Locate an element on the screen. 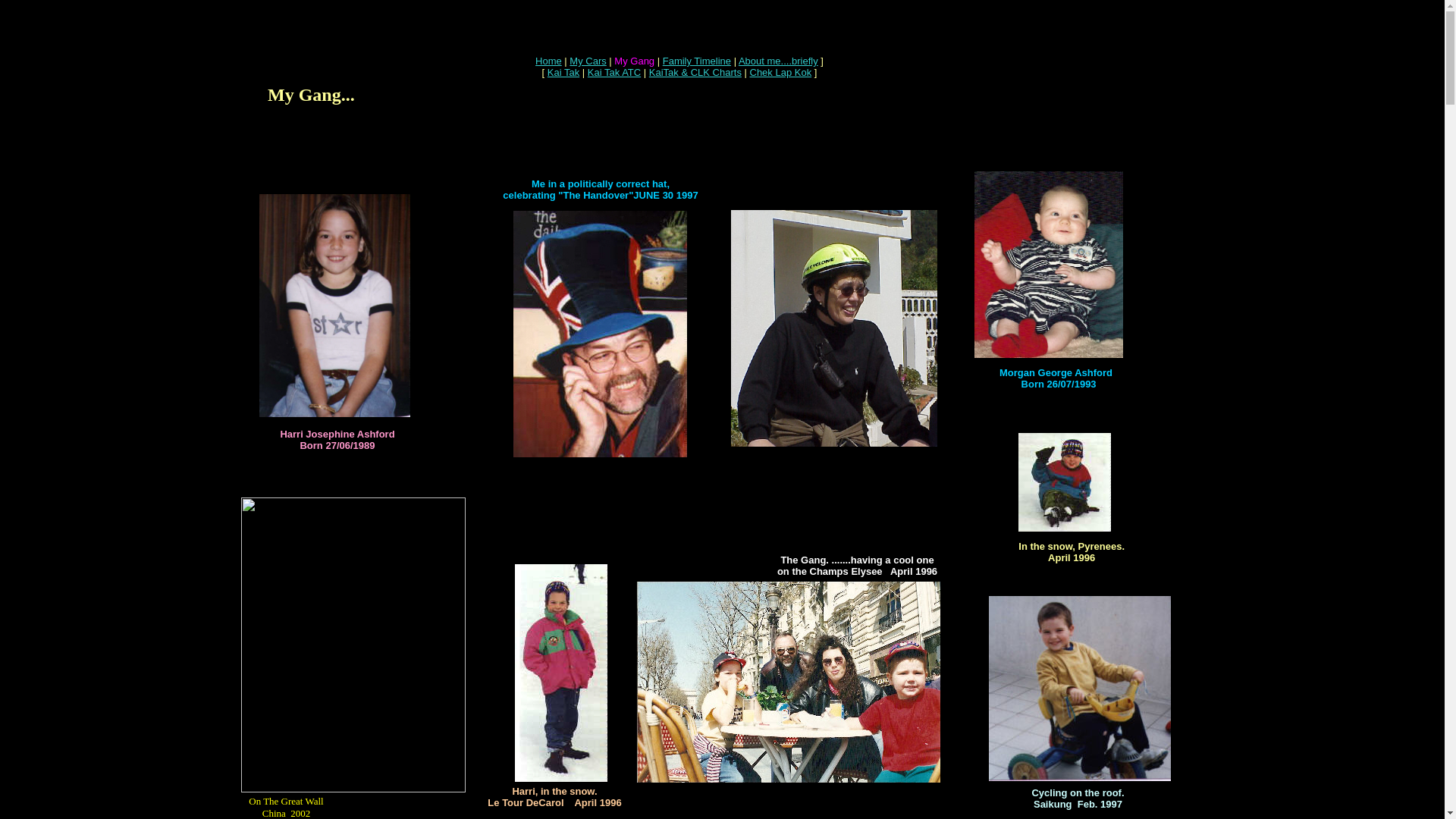 The image size is (1456, 819). 'Family Timeline' is located at coordinates (695, 60).